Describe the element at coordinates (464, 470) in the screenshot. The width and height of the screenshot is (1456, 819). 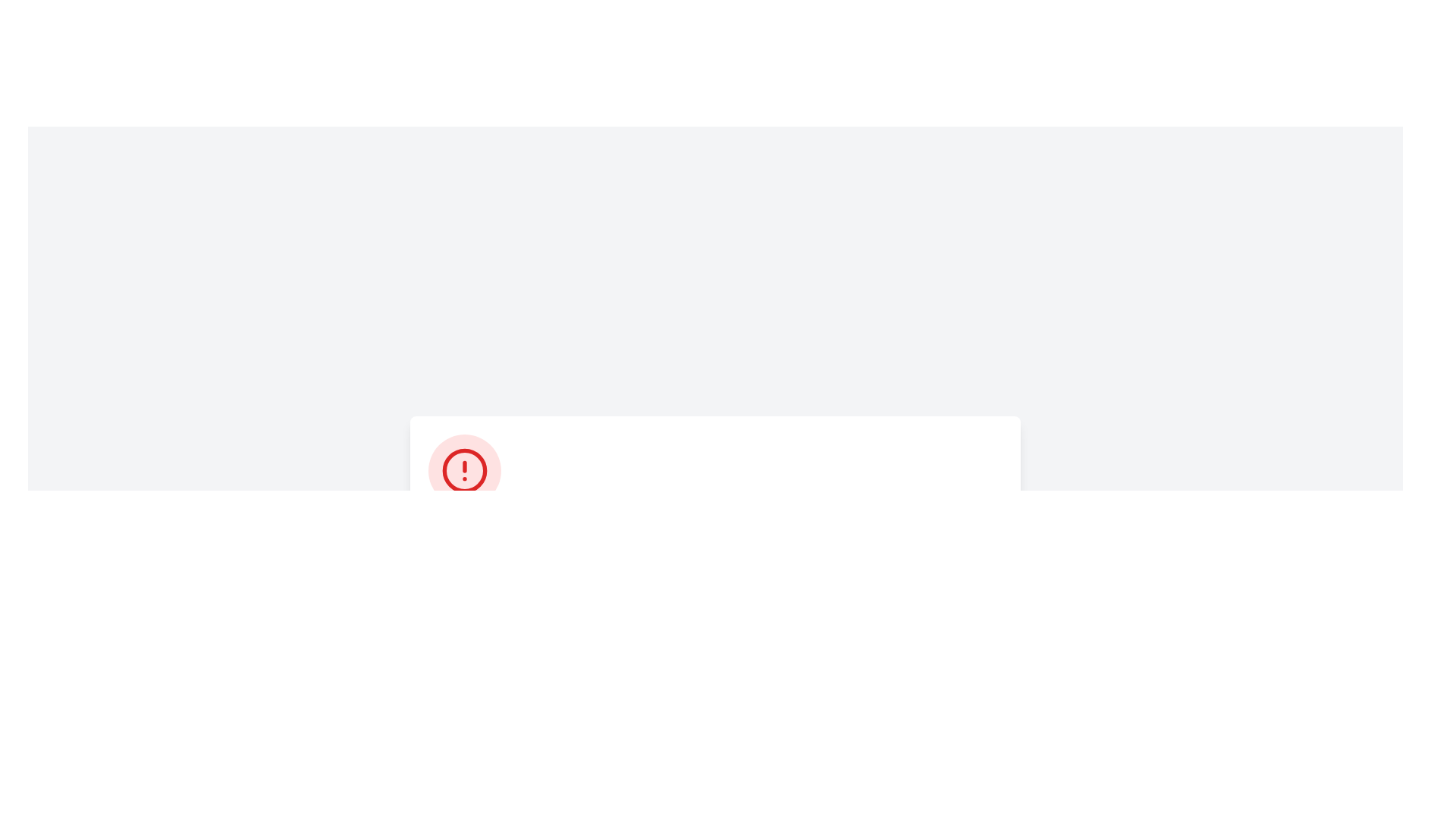
I see `the Alert Icon, which is a warning indicator located near the bottom center of the interface with a pinkish background and rounded shape` at that location.